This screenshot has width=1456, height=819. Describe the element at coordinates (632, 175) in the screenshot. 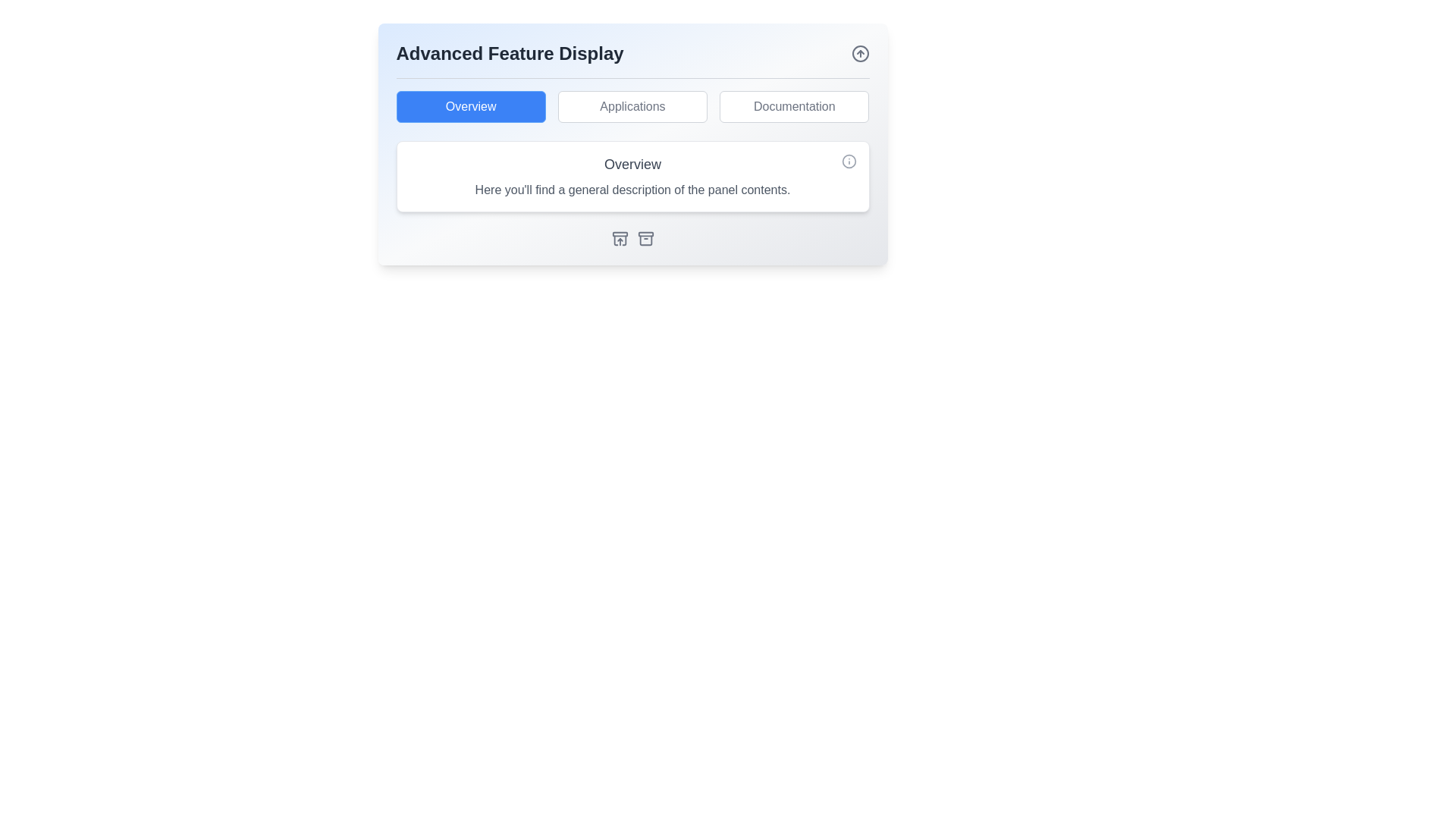

I see `the Descriptive Panel that provides an overview of the content, located below the buttons labeled 'Overview,' 'Applications,' and 'Documentation.'` at that location.